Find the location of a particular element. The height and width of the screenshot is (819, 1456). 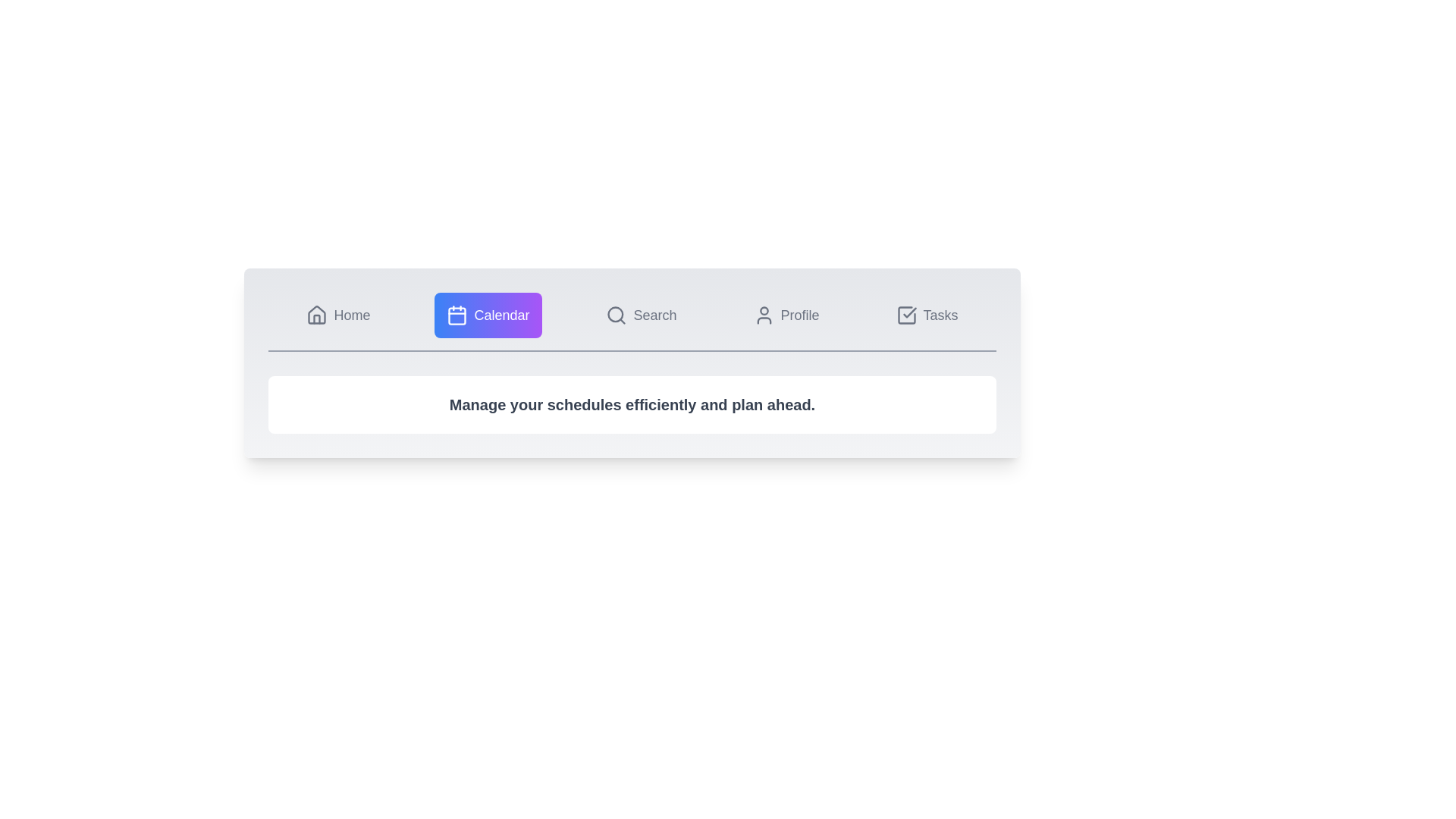

the tab labeled Tasks to observe its hover effect is located at coordinates (926, 315).